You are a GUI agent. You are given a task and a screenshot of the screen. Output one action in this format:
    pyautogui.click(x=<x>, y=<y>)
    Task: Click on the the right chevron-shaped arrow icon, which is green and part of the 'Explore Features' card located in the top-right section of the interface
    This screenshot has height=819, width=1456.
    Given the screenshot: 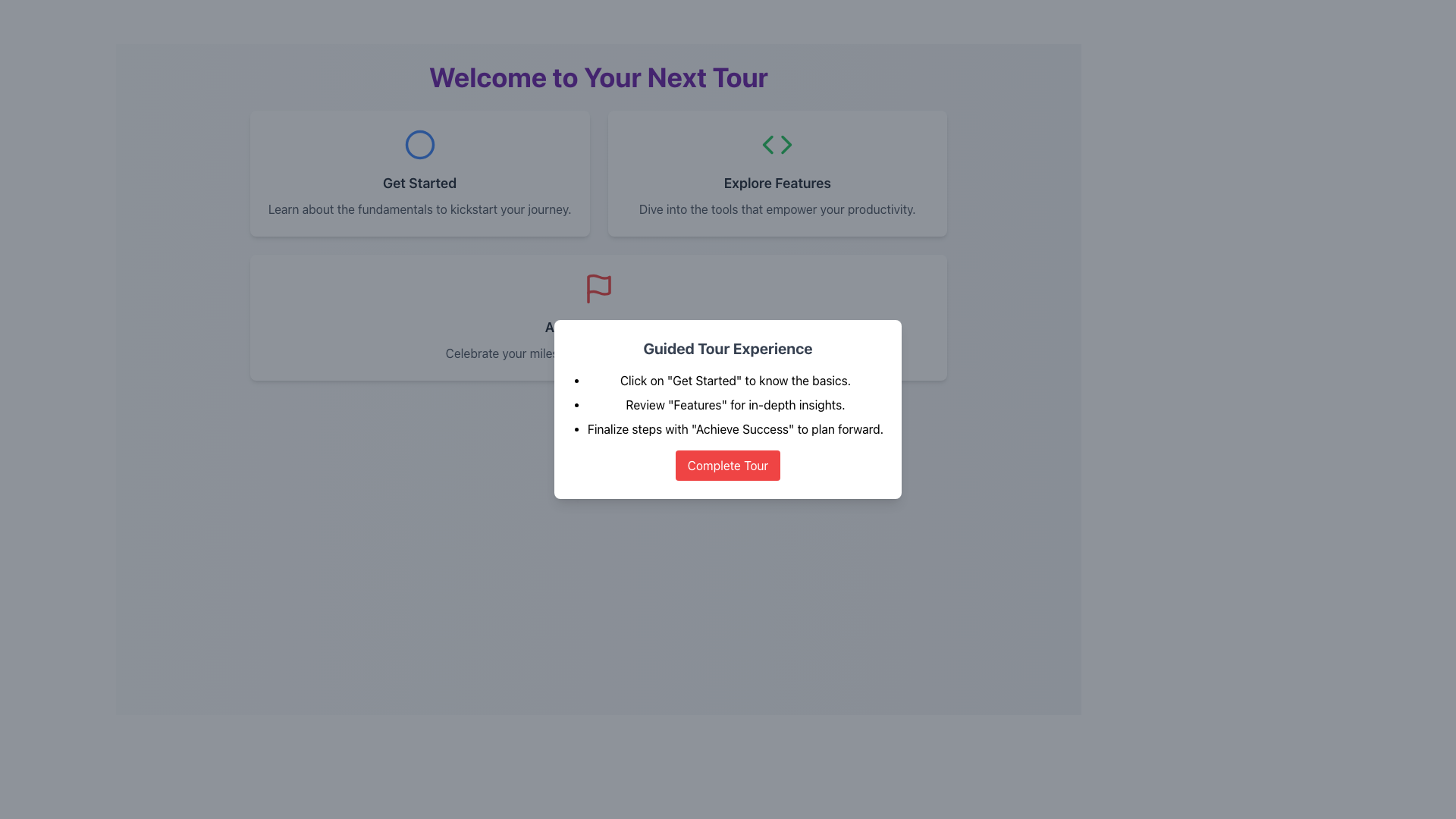 What is the action you would take?
    pyautogui.click(x=786, y=145)
    